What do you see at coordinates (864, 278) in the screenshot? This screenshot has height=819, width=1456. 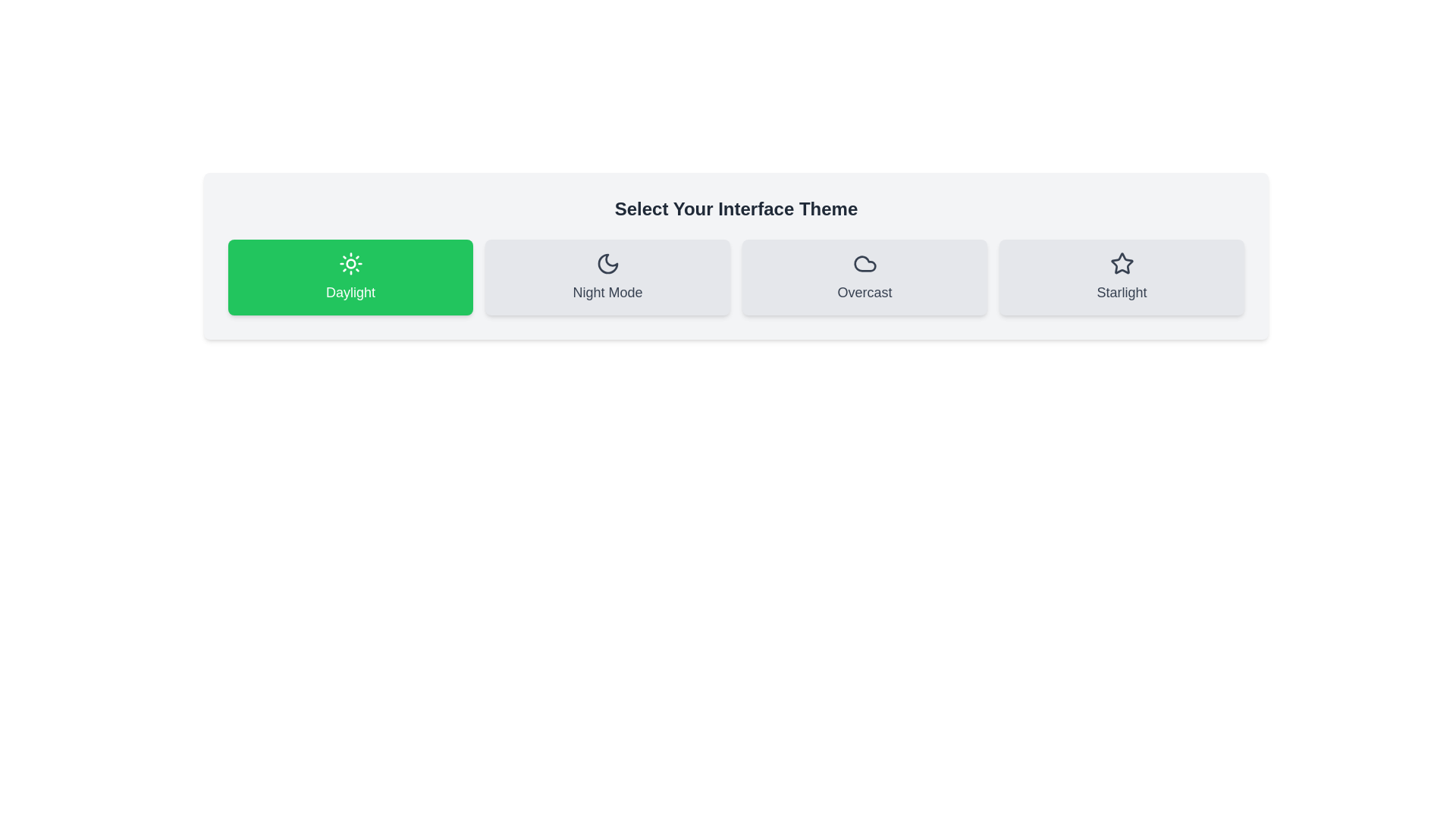 I see `the theme by clicking on the Overcast button` at bounding box center [864, 278].